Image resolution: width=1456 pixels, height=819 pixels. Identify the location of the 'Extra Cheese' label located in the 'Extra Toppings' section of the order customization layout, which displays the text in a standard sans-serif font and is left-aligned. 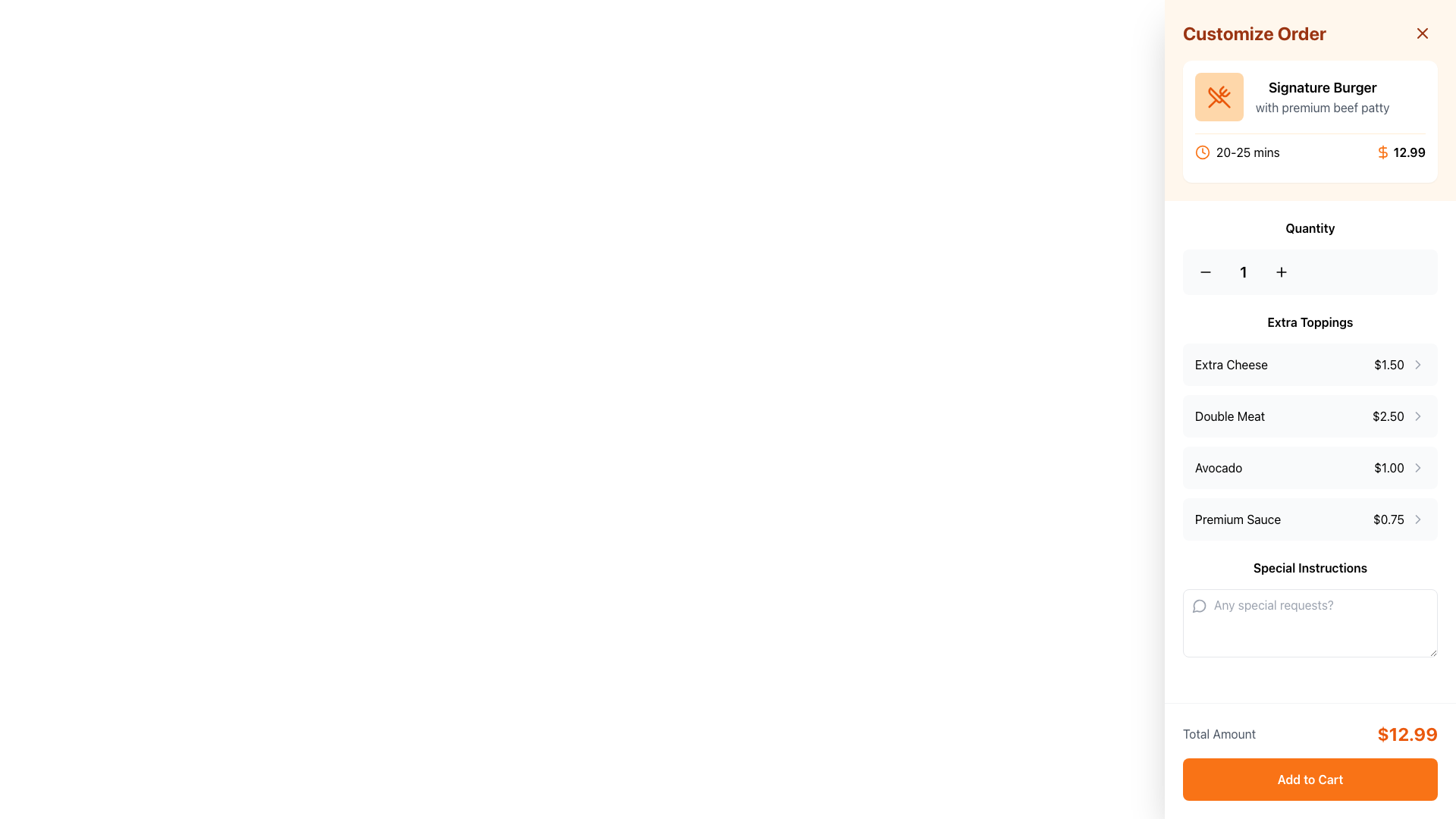
(1232, 365).